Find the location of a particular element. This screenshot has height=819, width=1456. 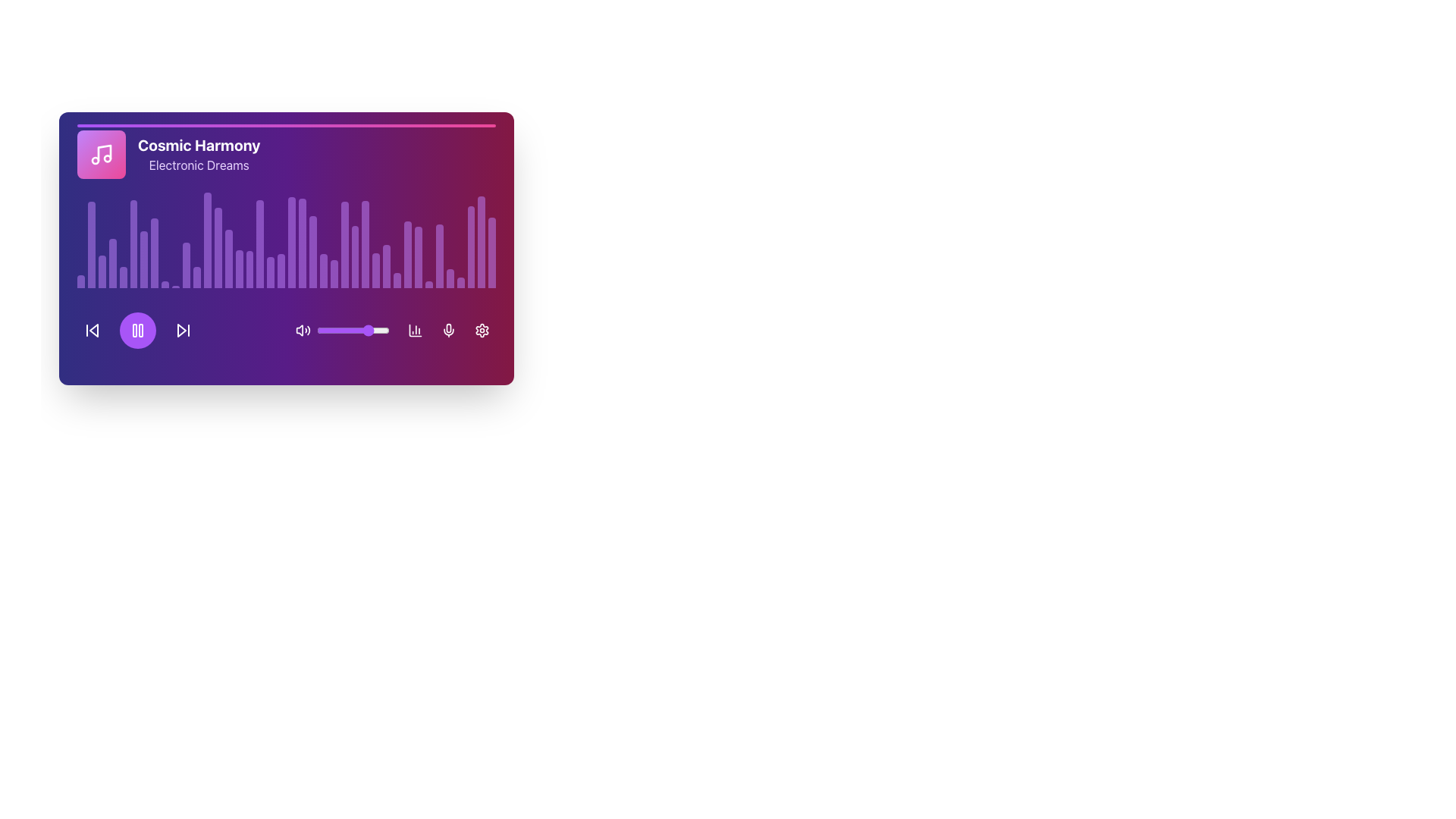

the 22nd vertical bar in the bar chart is located at coordinates (302, 243).